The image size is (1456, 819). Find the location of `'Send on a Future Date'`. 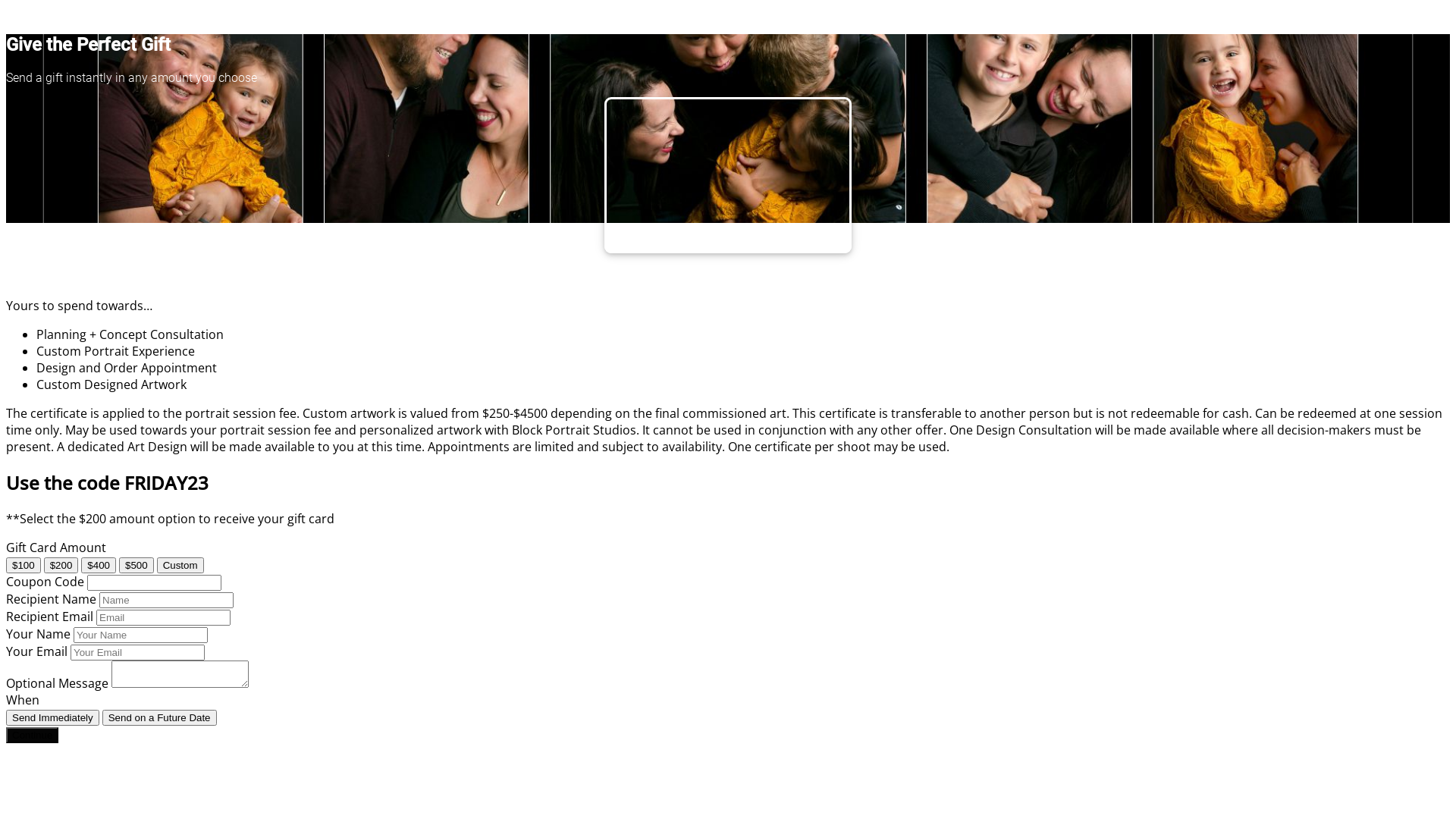

'Send on a Future Date' is located at coordinates (159, 717).